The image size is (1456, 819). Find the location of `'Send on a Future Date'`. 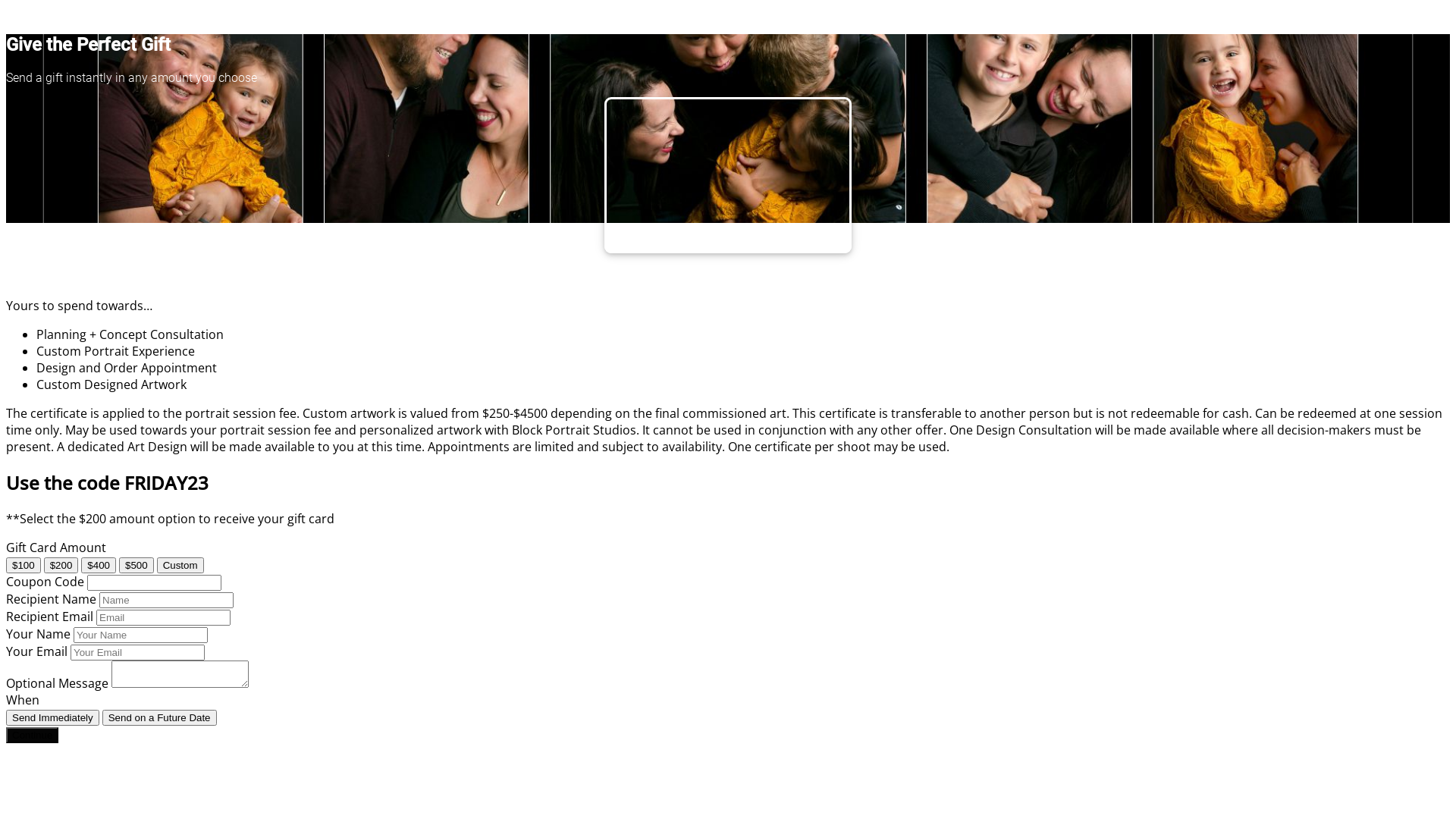

'Send on a Future Date' is located at coordinates (159, 717).